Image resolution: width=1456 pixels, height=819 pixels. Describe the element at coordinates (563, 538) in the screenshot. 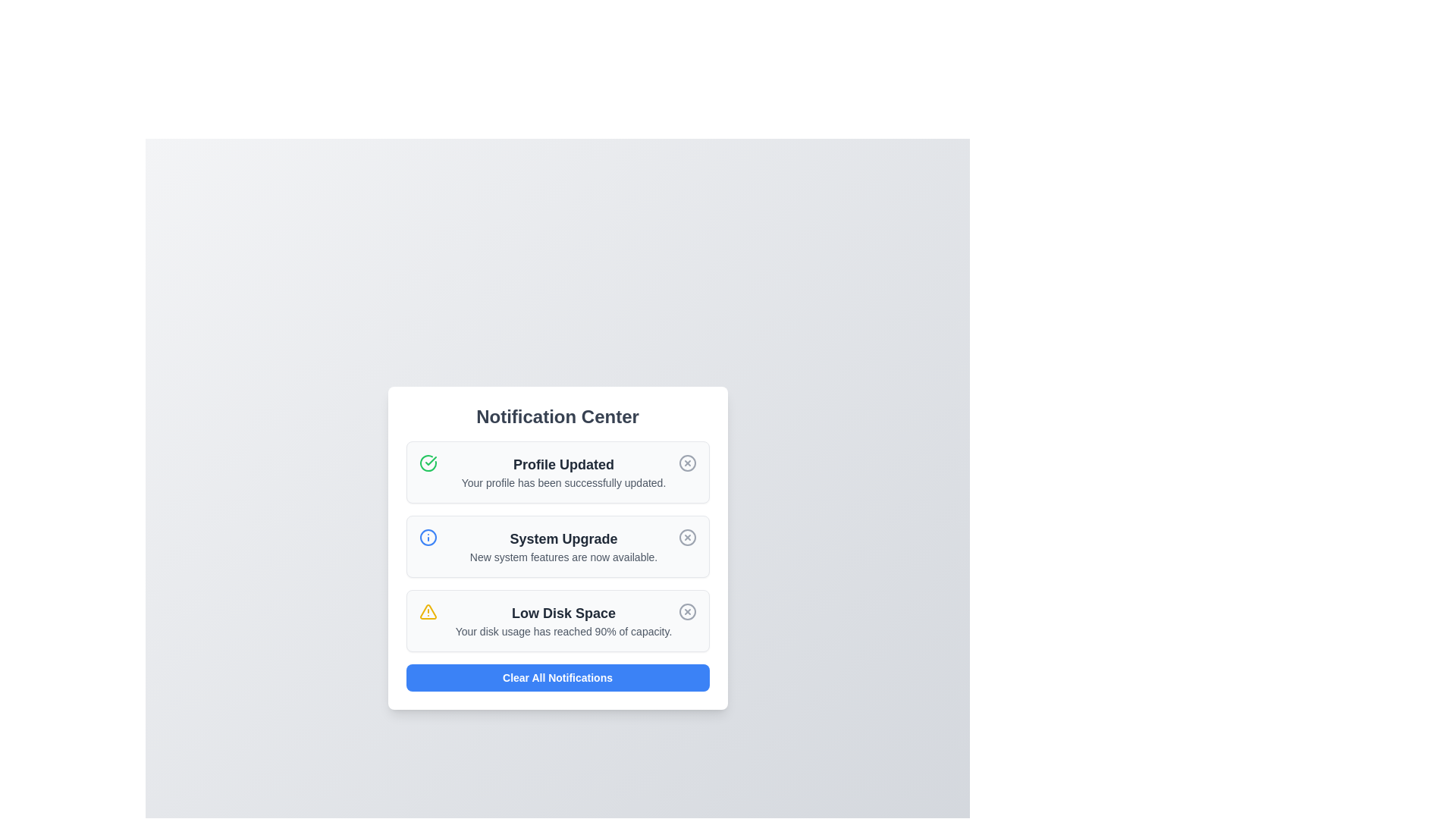

I see `the bold, large dark gray text reading 'System Upgrade' in the Notification Center, which is the title of the second notification` at that location.